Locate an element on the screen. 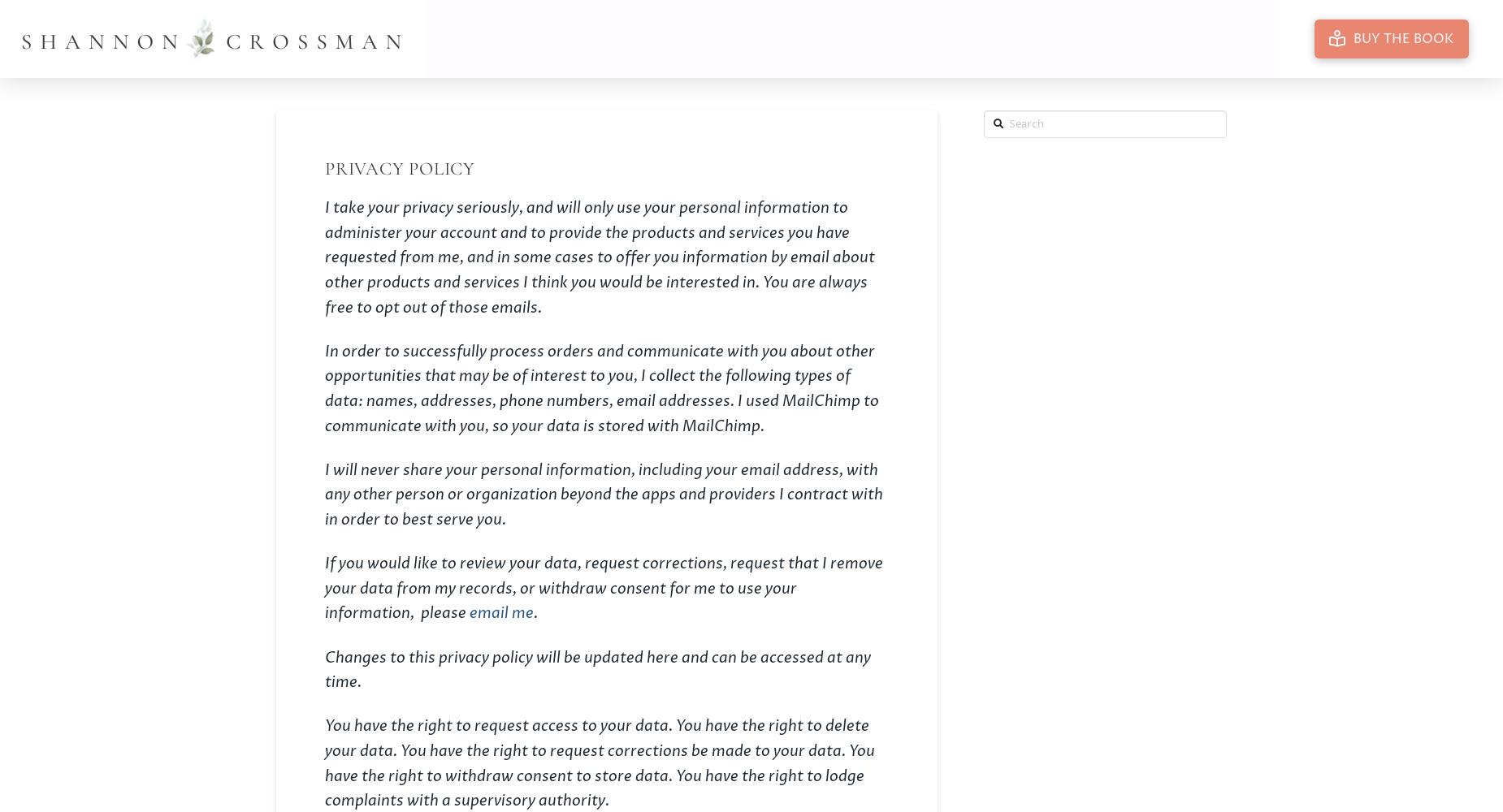  'email me' is located at coordinates (501, 613).